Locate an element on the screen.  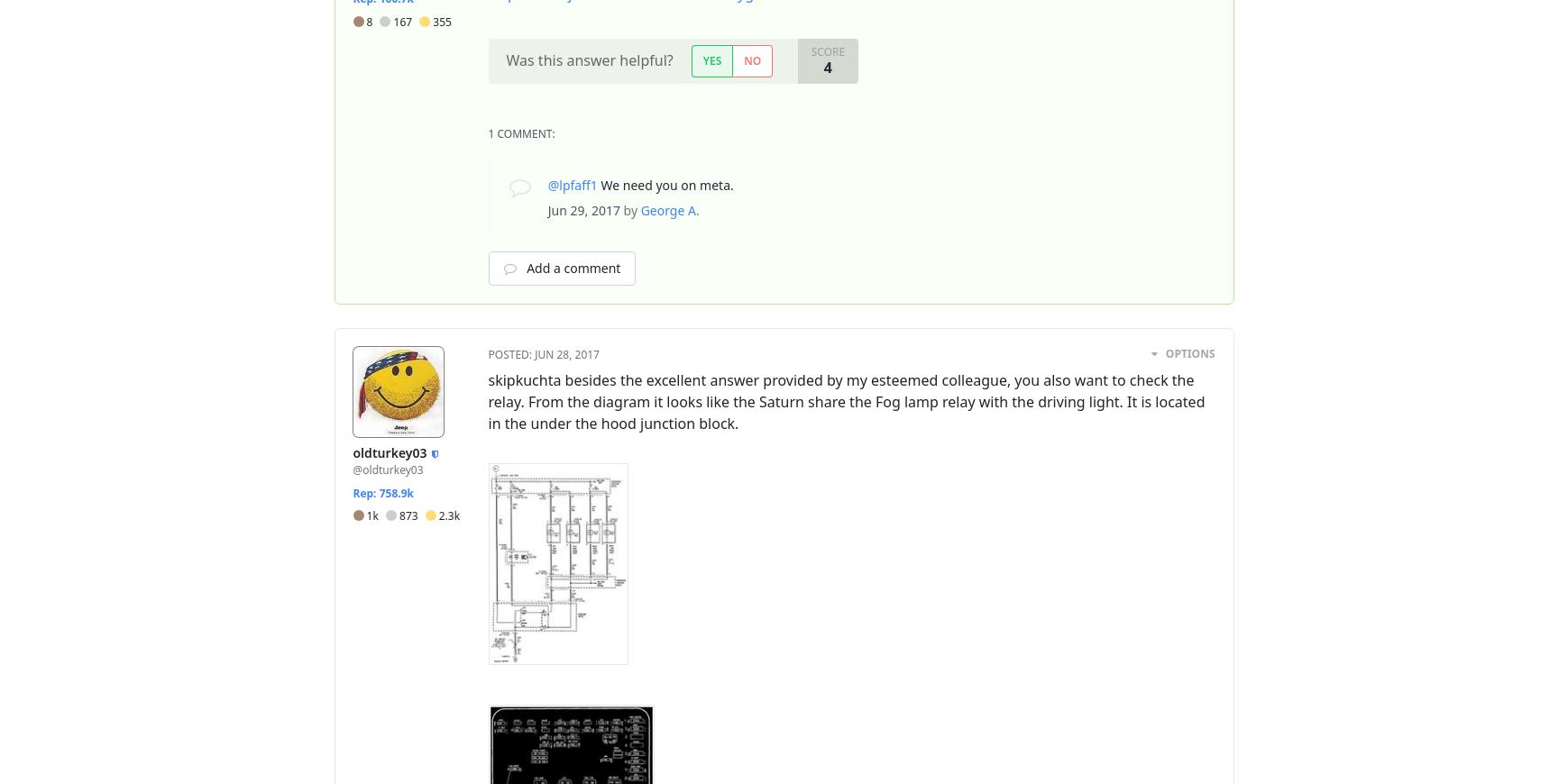
'No' is located at coordinates (742, 59).